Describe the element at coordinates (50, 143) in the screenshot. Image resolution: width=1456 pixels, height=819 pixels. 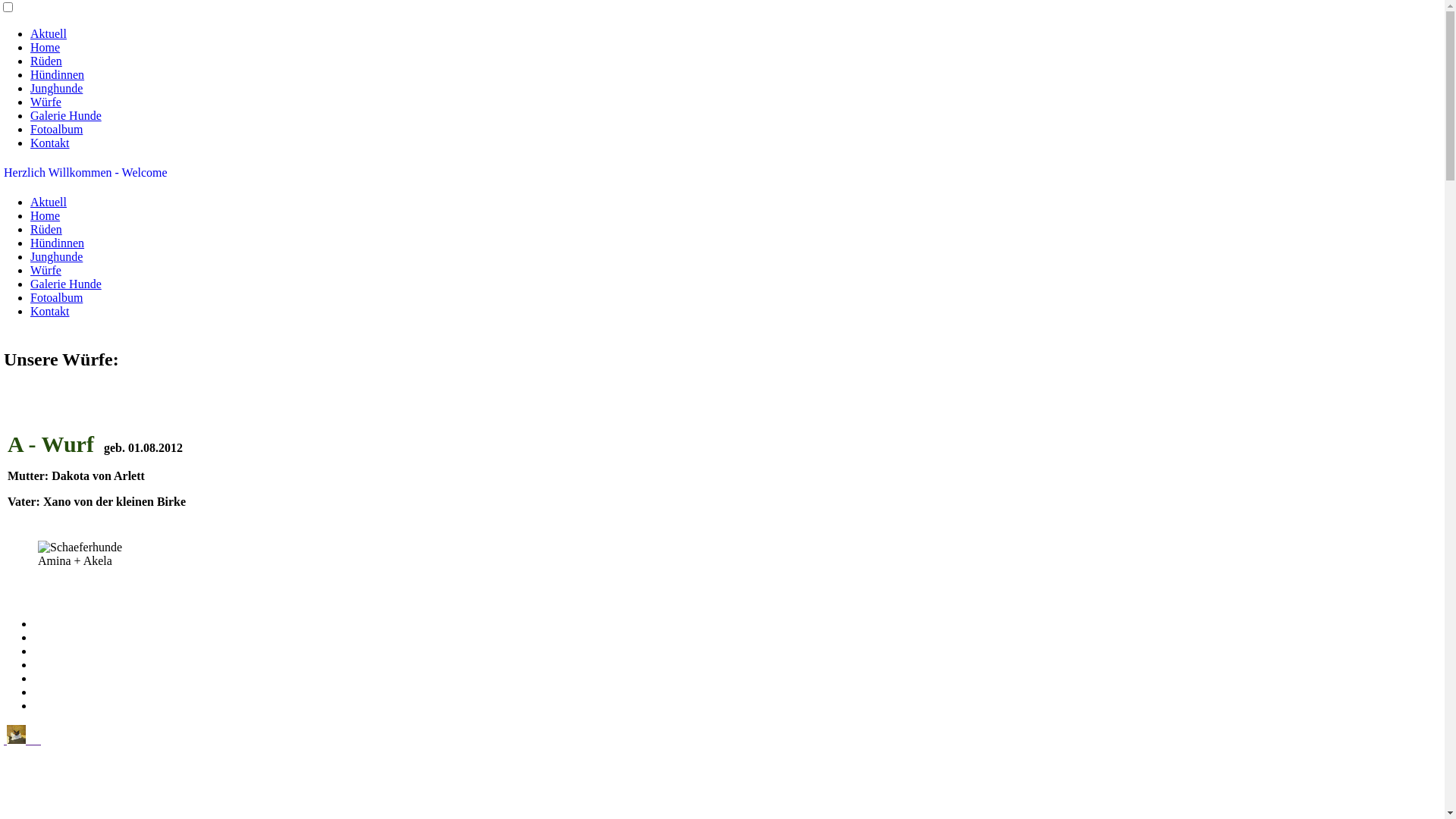
I see `'Kontakt'` at that location.